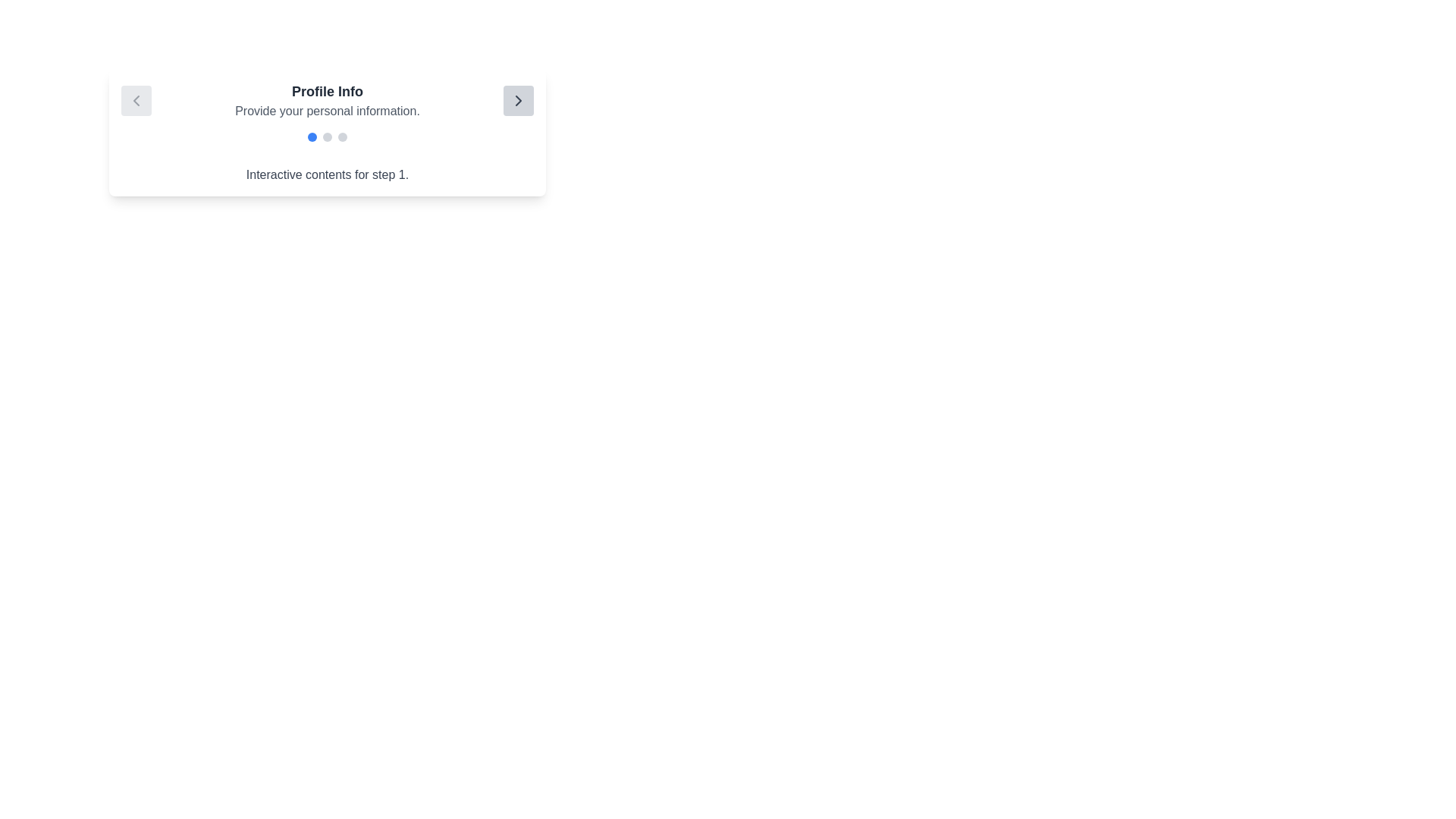 The image size is (1456, 819). I want to click on the navigation icon located within the gray-background button at the top right of the 'Profile Info' card, so click(519, 100).